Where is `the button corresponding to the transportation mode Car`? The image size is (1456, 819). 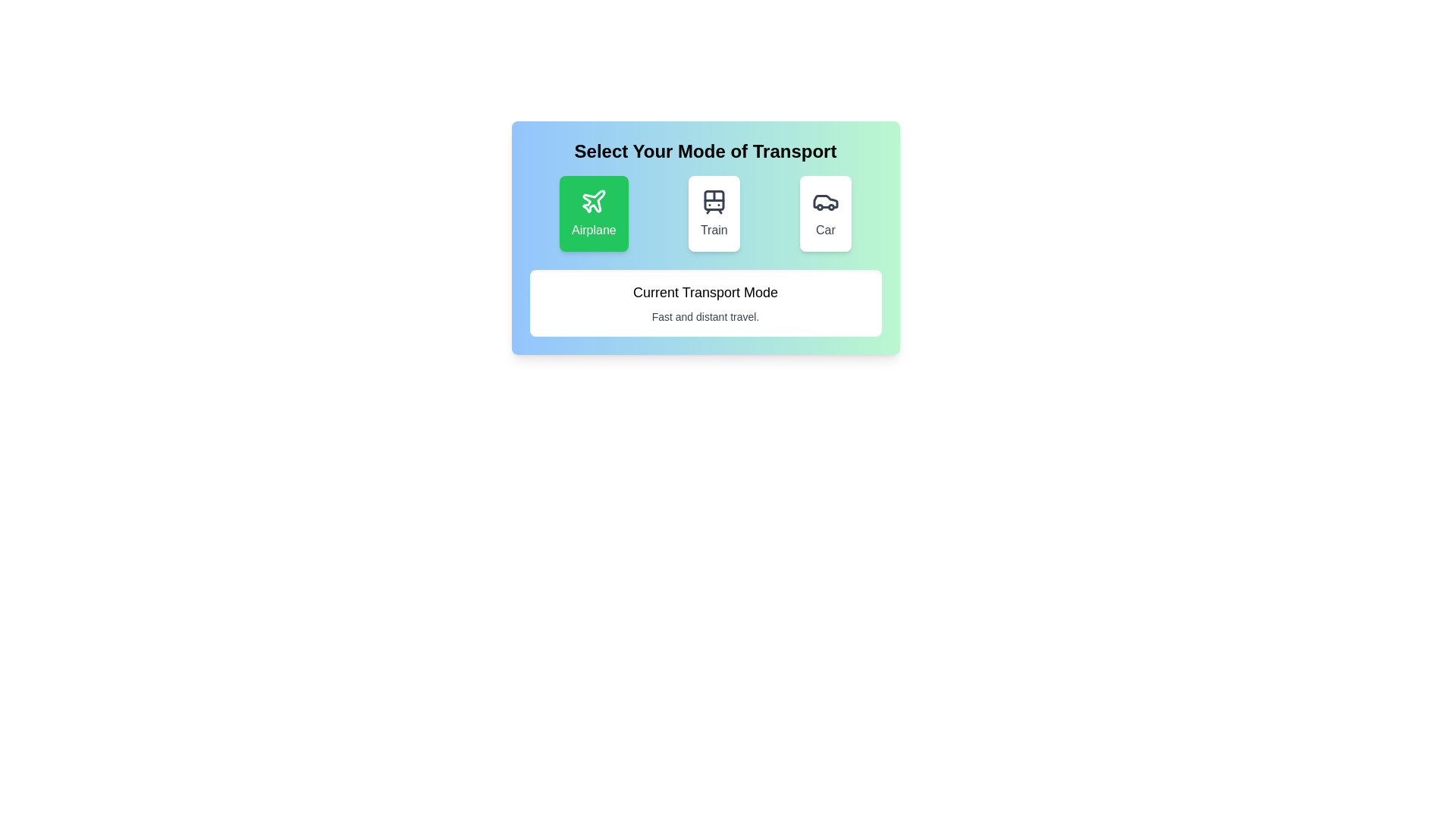
the button corresponding to the transportation mode Car is located at coordinates (824, 213).